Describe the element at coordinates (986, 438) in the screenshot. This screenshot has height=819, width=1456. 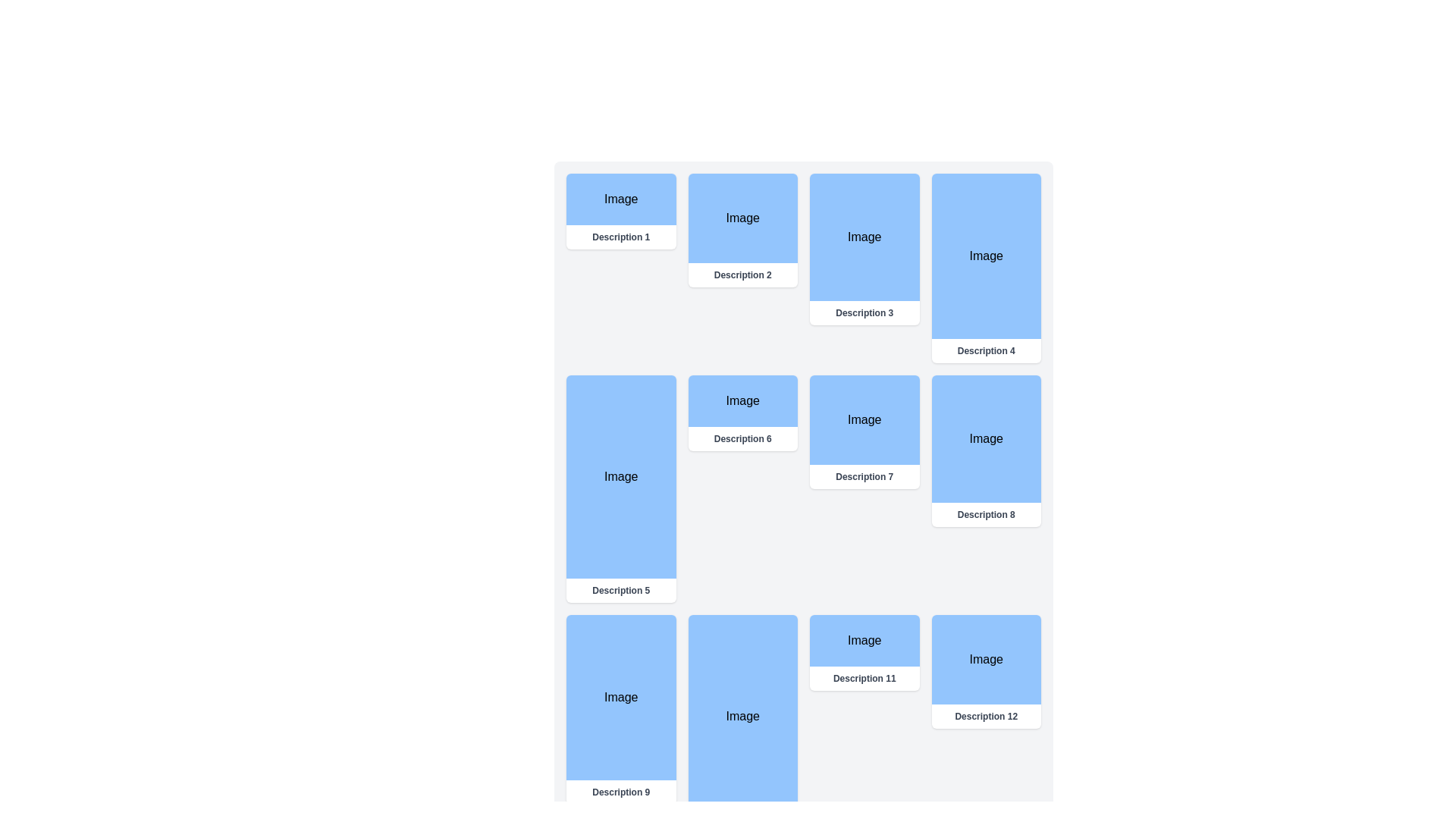
I see `the blue rectangular Visual Placeholder element with the text 'Image' centered on it, which is part of a card-like structure in the upper section` at that location.